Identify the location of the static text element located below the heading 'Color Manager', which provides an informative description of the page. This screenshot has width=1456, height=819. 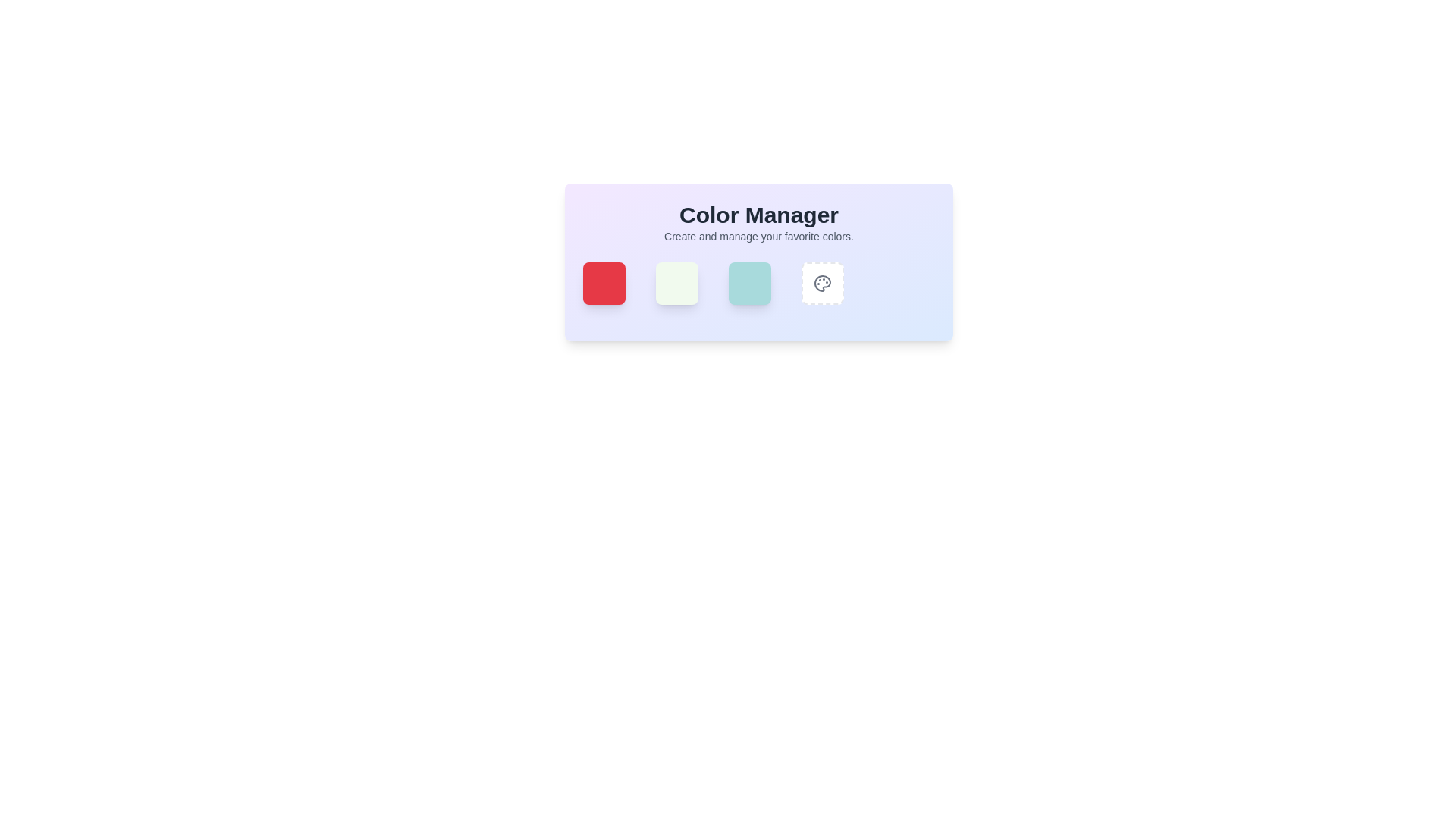
(759, 237).